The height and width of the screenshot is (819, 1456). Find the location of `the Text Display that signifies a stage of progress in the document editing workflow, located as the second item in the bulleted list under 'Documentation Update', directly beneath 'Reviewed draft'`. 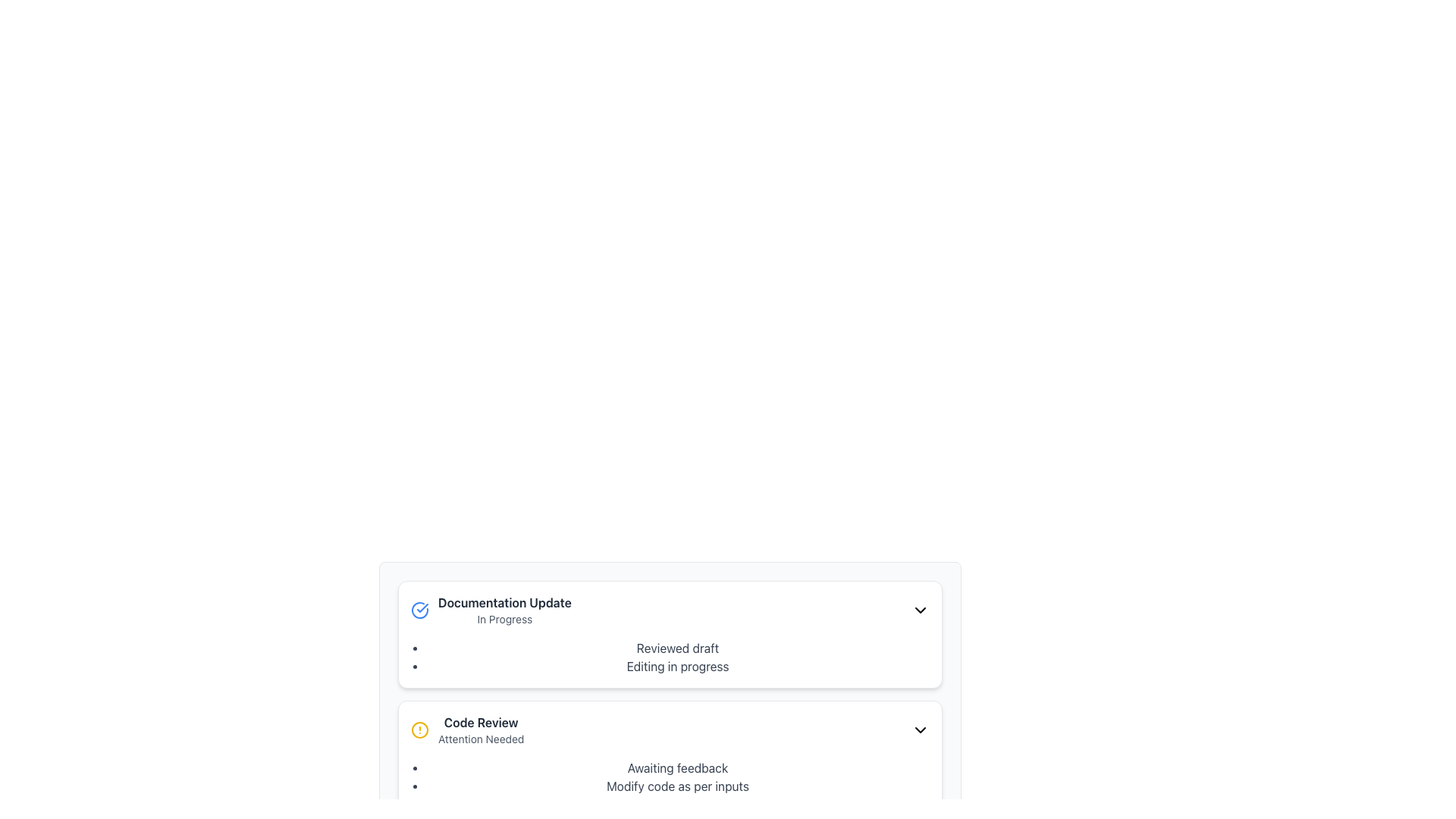

the Text Display that signifies a stage of progress in the document editing workflow, located as the second item in the bulleted list under 'Documentation Update', directly beneath 'Reviewed draft' is located at coordinates (676, 666).